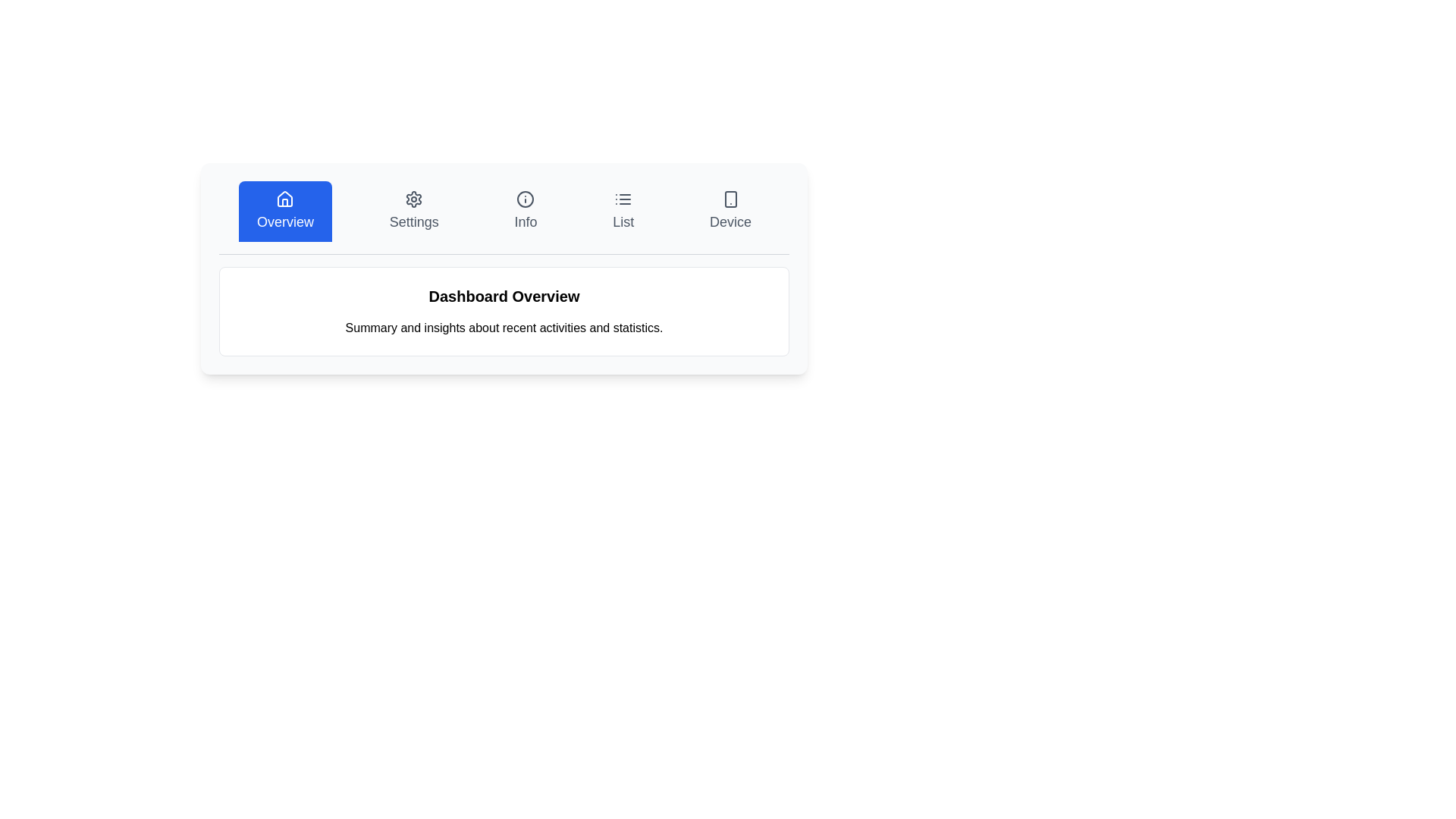 The width and height of the screenshot is (1456, 819). Describe the element at coordinates (623, 198) in the screenshot. I see `the 'List' menu option icon located in the middle upper section of the interface, directly above the label 'List'` at that location.